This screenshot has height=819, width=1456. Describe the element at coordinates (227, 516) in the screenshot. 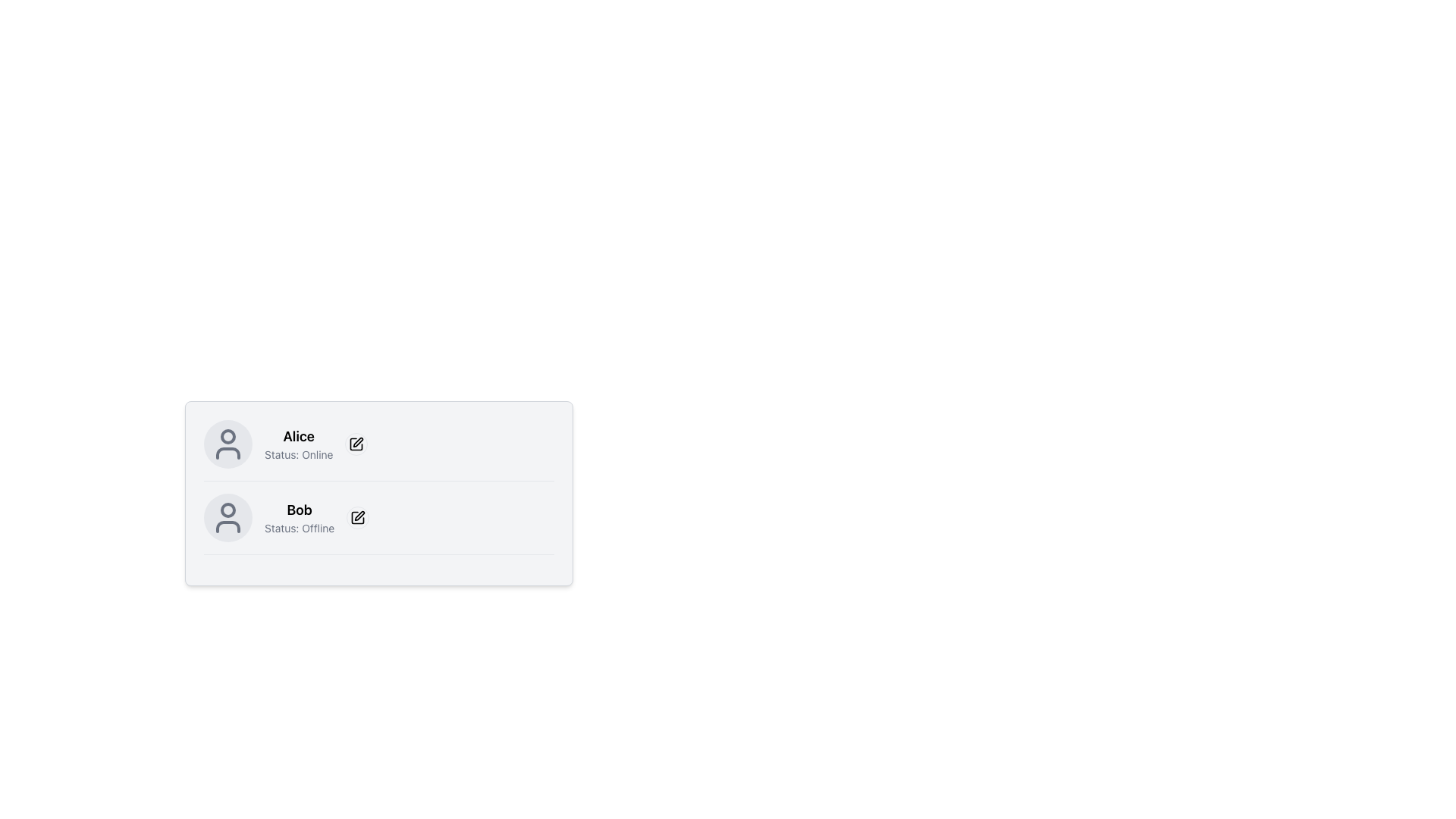

I see `the user icon for 'Bob' located at the leftmost side of the second user entry in the list of user profiles` at that location.